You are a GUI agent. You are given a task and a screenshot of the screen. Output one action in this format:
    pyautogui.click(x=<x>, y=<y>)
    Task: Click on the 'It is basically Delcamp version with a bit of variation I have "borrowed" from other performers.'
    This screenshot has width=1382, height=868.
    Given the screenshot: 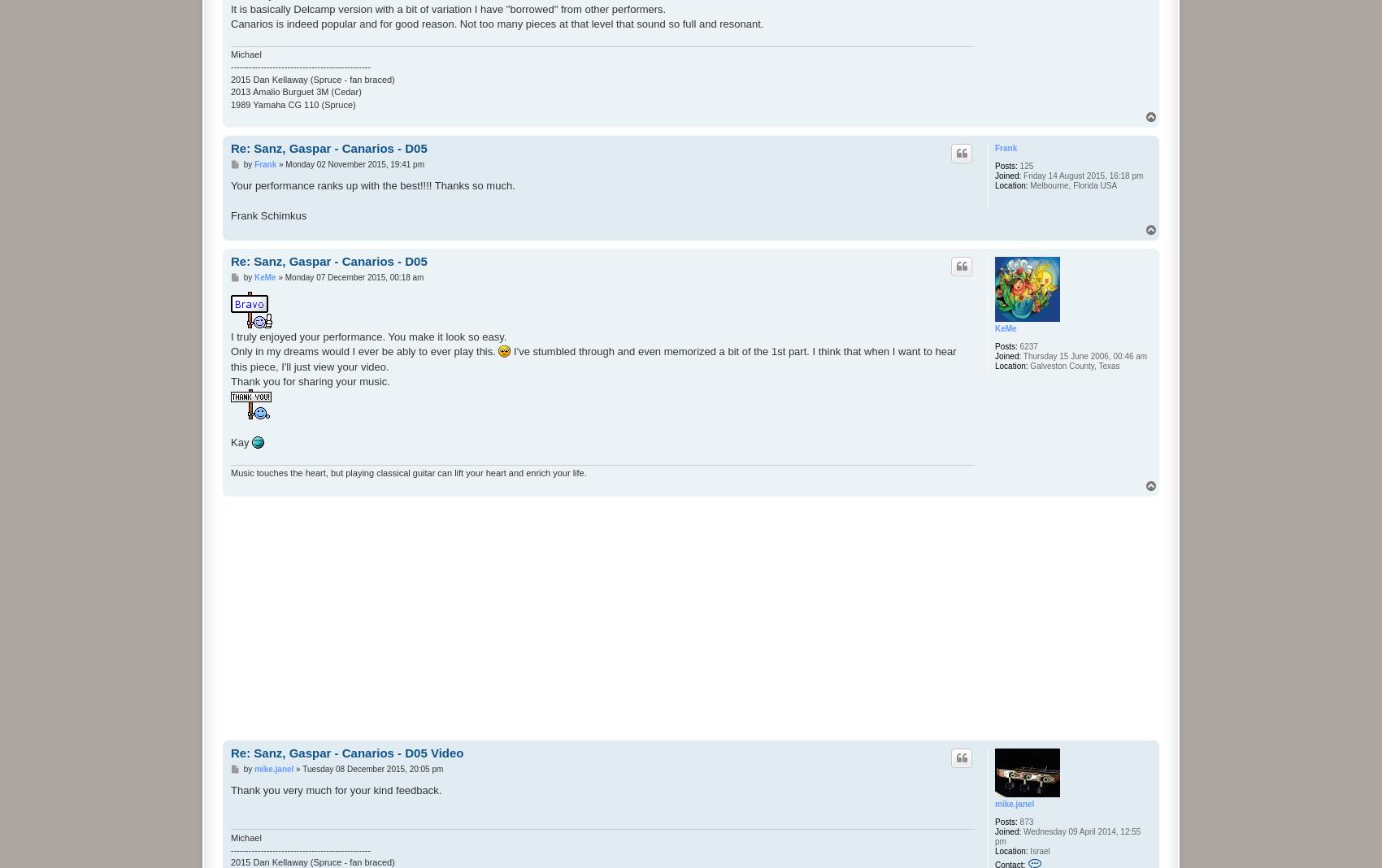 What is the action you would take?
    pyautogui.click(x=447, y=8)
    